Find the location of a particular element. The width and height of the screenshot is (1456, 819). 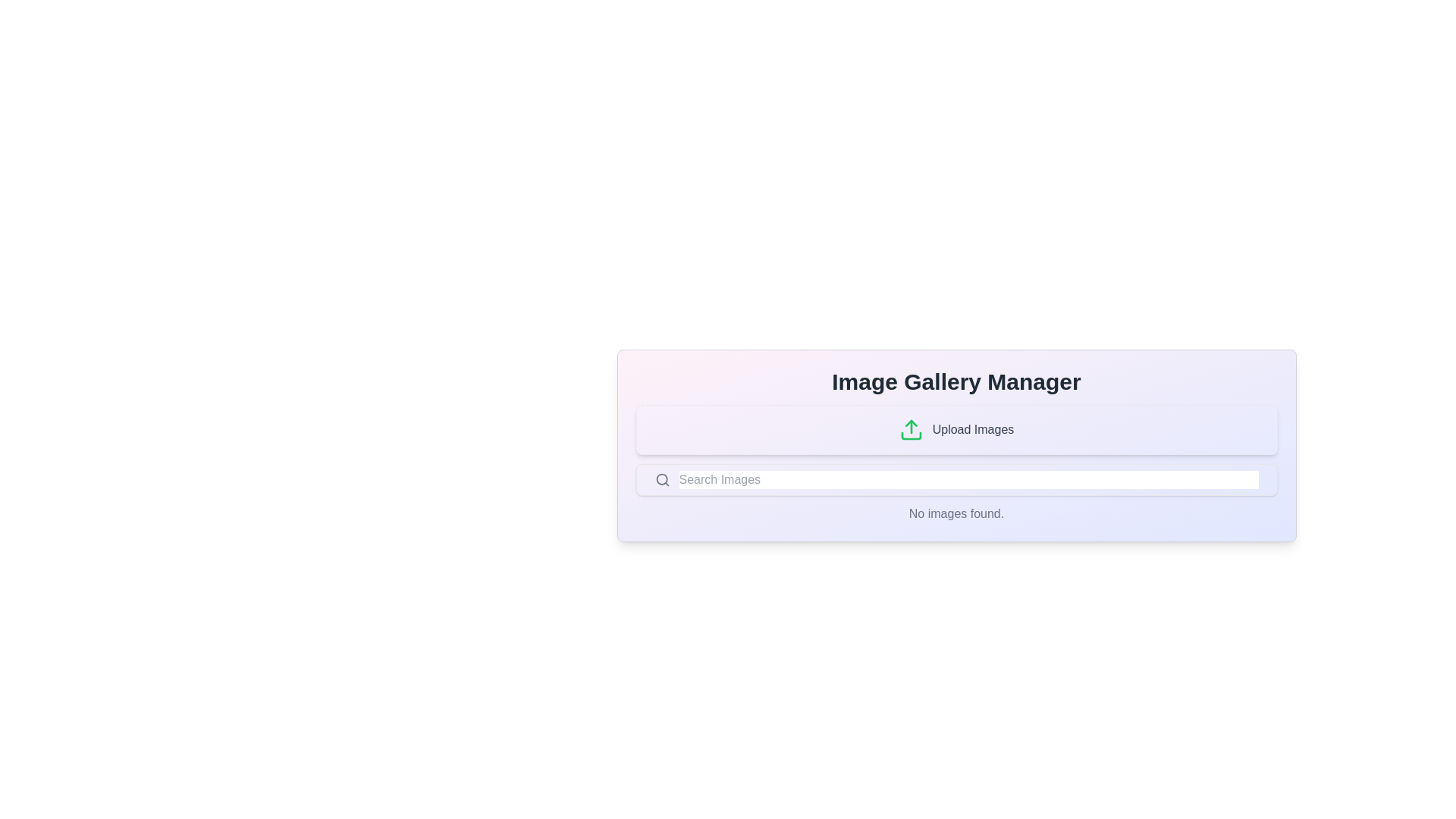

the static text element that serves as the title for the image gallery section, positioned above the 'Upload Images' button is located at coordinates (955, 381).